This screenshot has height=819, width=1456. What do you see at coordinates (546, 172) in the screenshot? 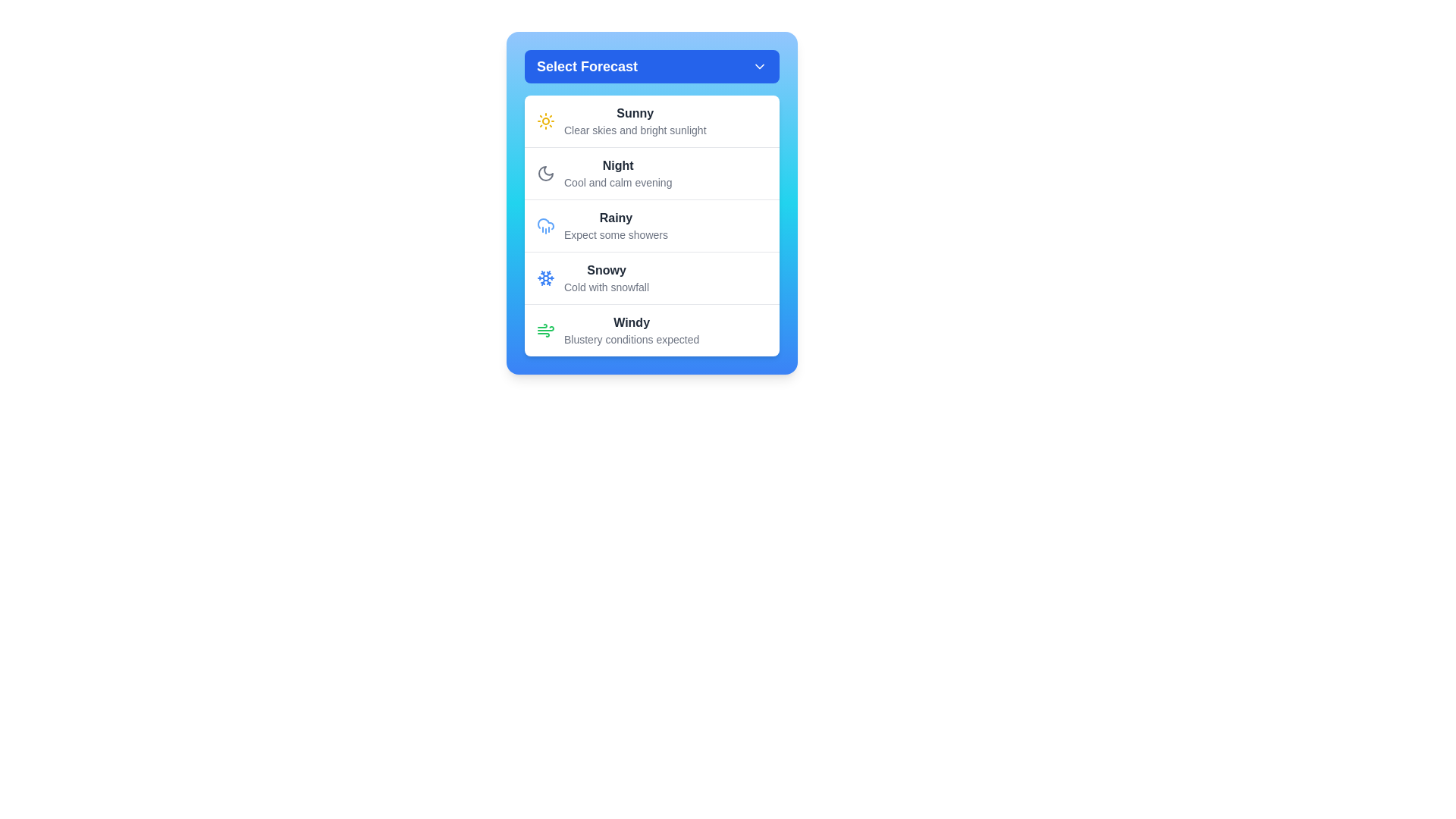
I see `the 'Night' icon in the forecast selection menu, which visually represents the night-time weather forecast and is located in the second row, adjacent to the text label` at bounding box center [546, 172].